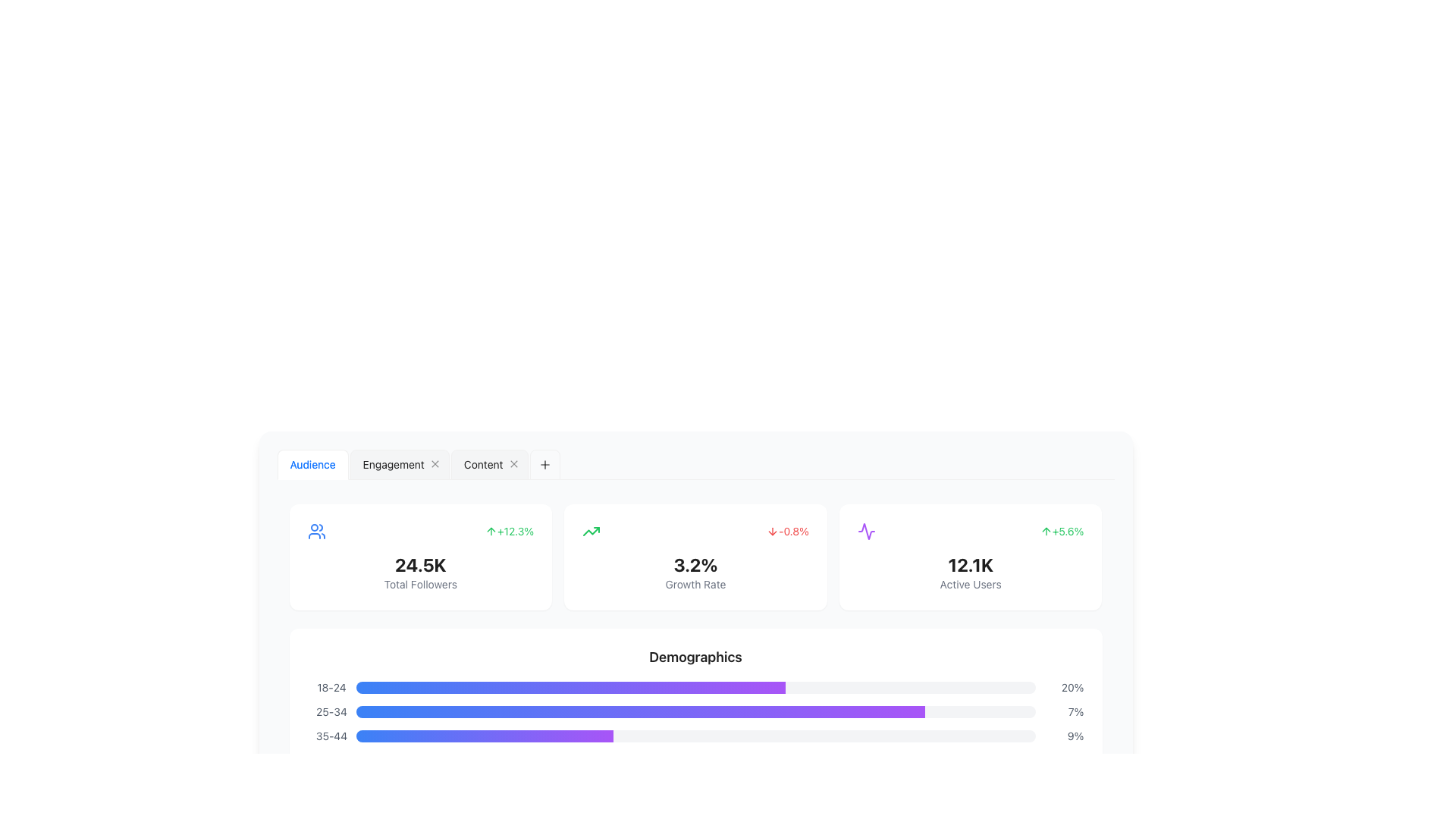 The width and height of the screenshot is (1456, 819). I want to click on the 'Content' tab, which is the third tab from the left in the tab list, so click(489, 464).